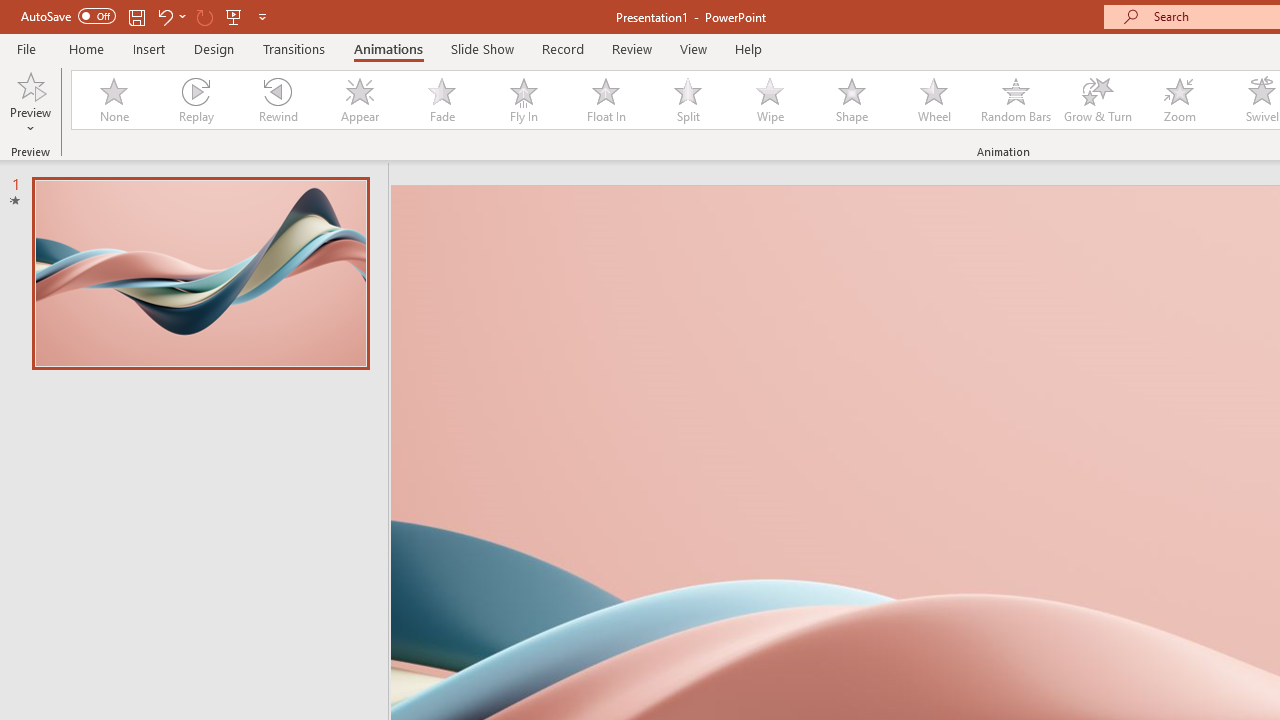 The image size is (1280, 720). What do you see at coordinates (1016, 100) in the screenshot?
I see `'Random Bars'` at bounding box center [1016, 100].